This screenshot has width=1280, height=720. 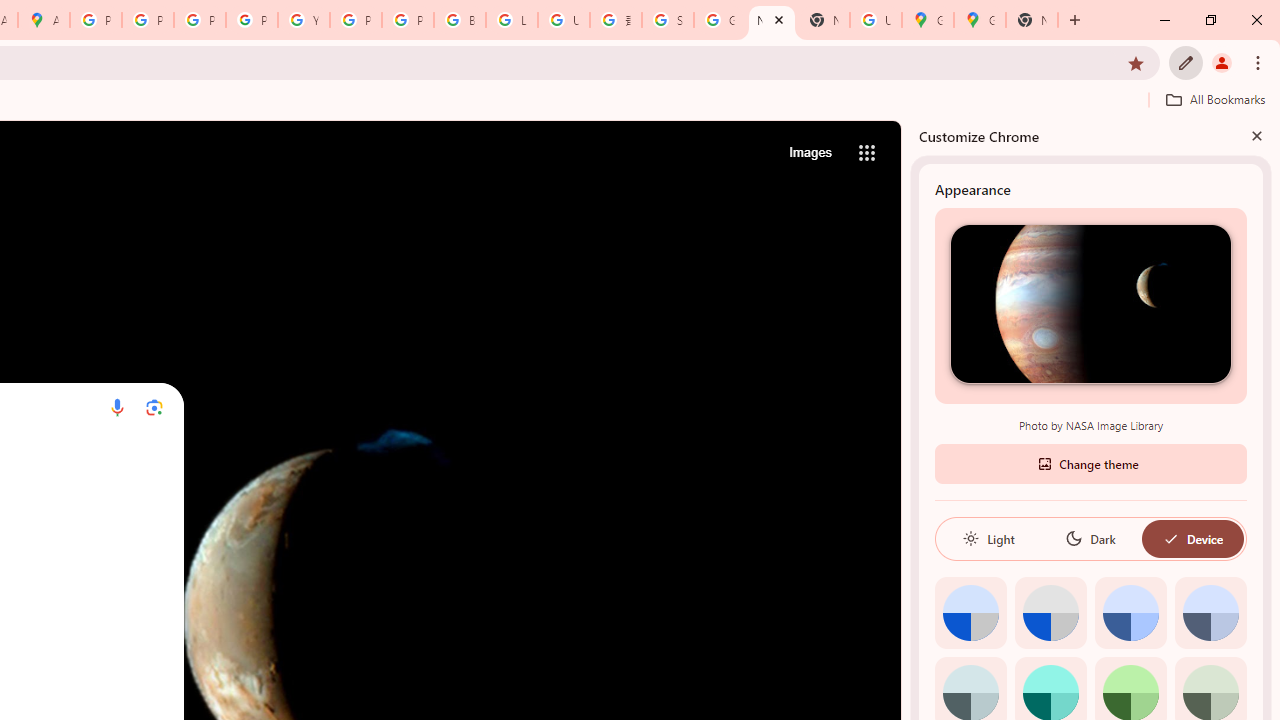 I want to click on 'All Bookmarks', so click(x=1214, y=99).